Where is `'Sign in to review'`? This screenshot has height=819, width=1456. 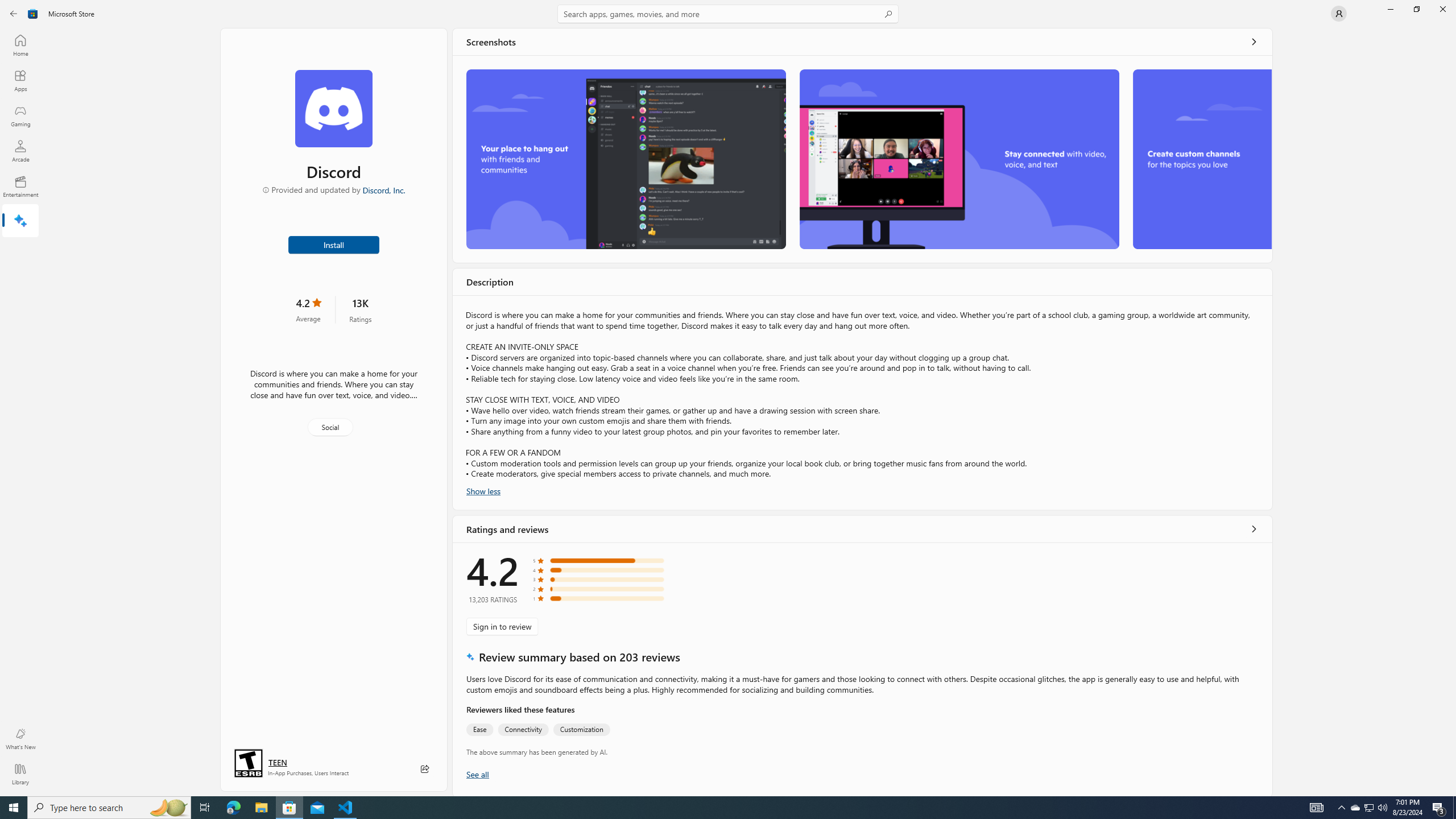 'Sign in to review' is located at coordinates (502, 625).